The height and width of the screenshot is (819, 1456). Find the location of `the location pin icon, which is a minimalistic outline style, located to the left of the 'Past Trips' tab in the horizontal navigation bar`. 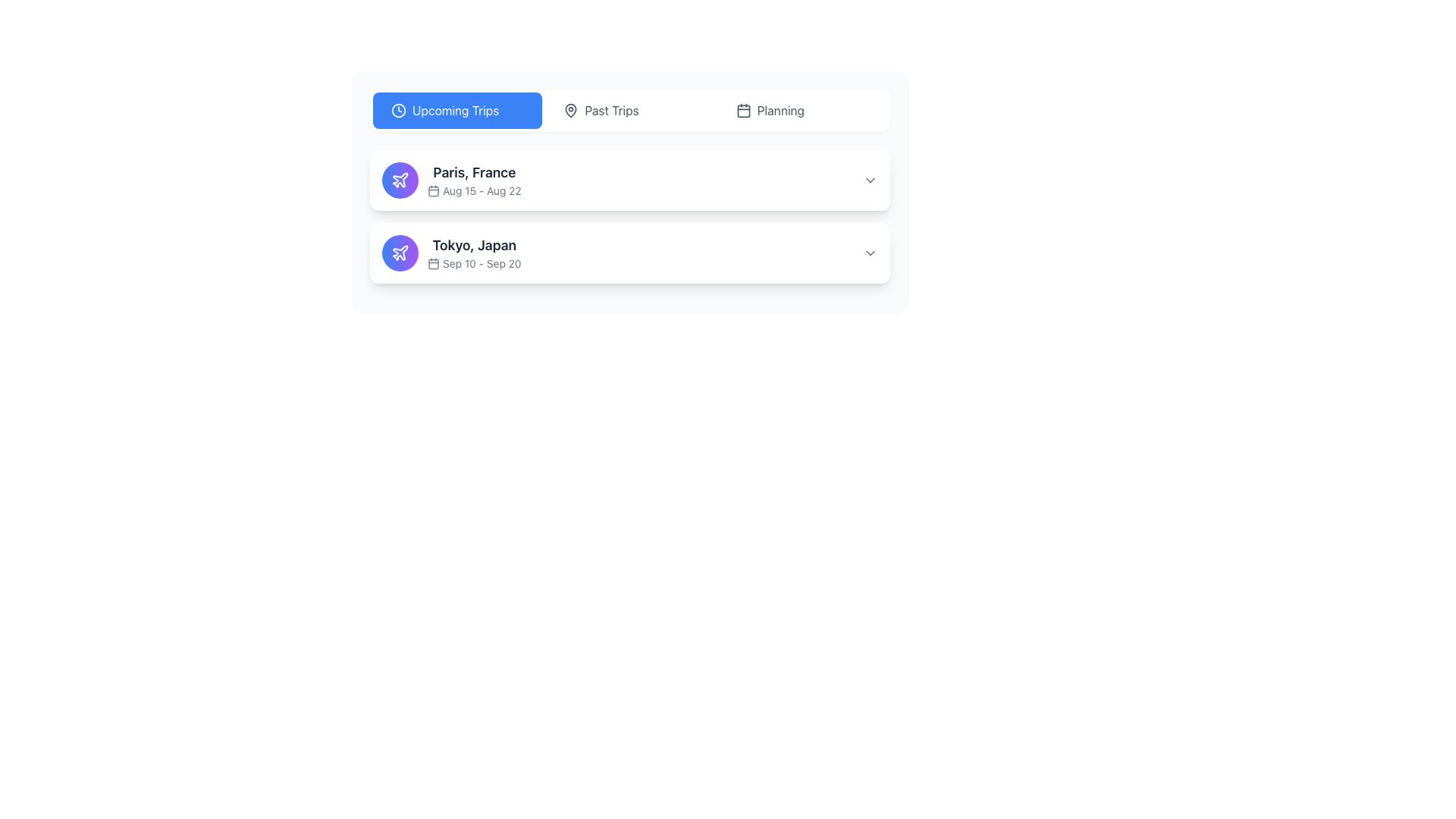

the location pin icon, which is a minimalistic outline style, located to the left of the 'Past Trips' tab in the horizontal navigation bar is located at coordinates (570, 110).